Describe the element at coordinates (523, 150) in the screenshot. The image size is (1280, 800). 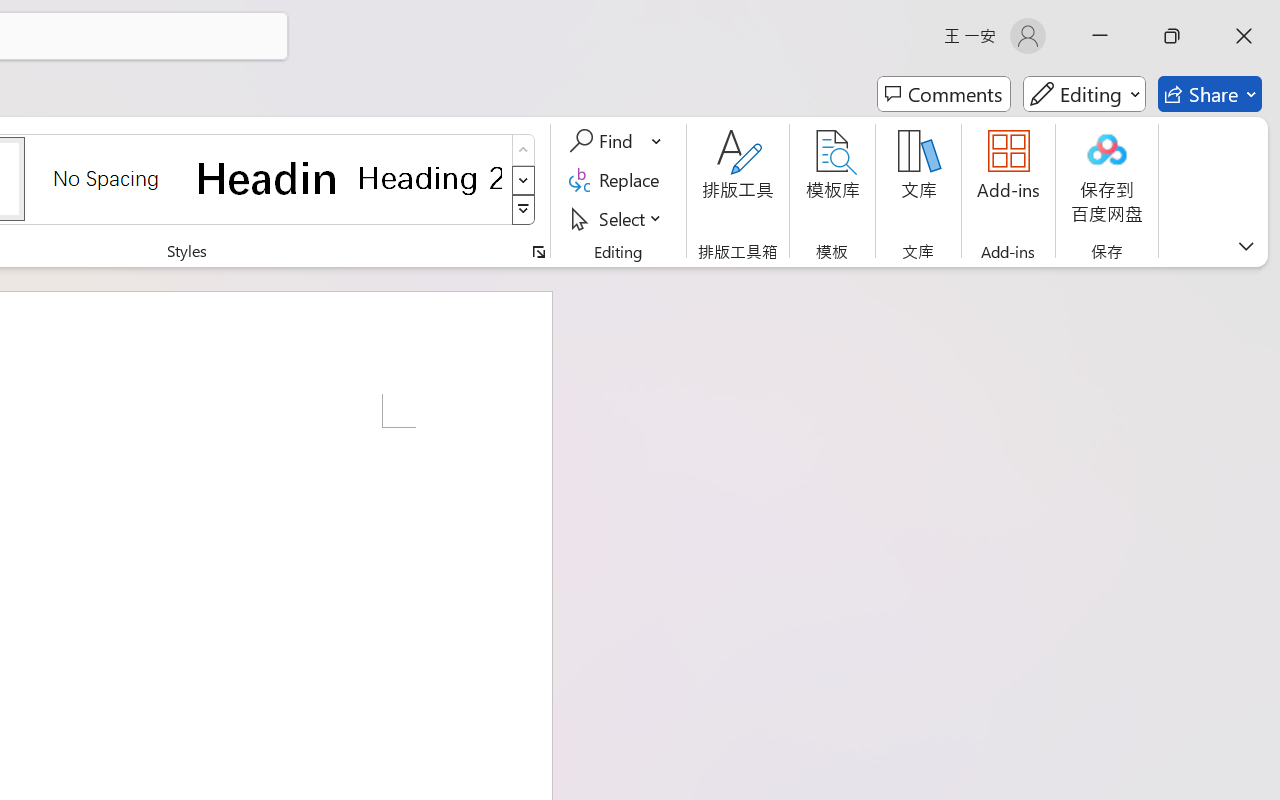
I see `'Row up'` at that location.